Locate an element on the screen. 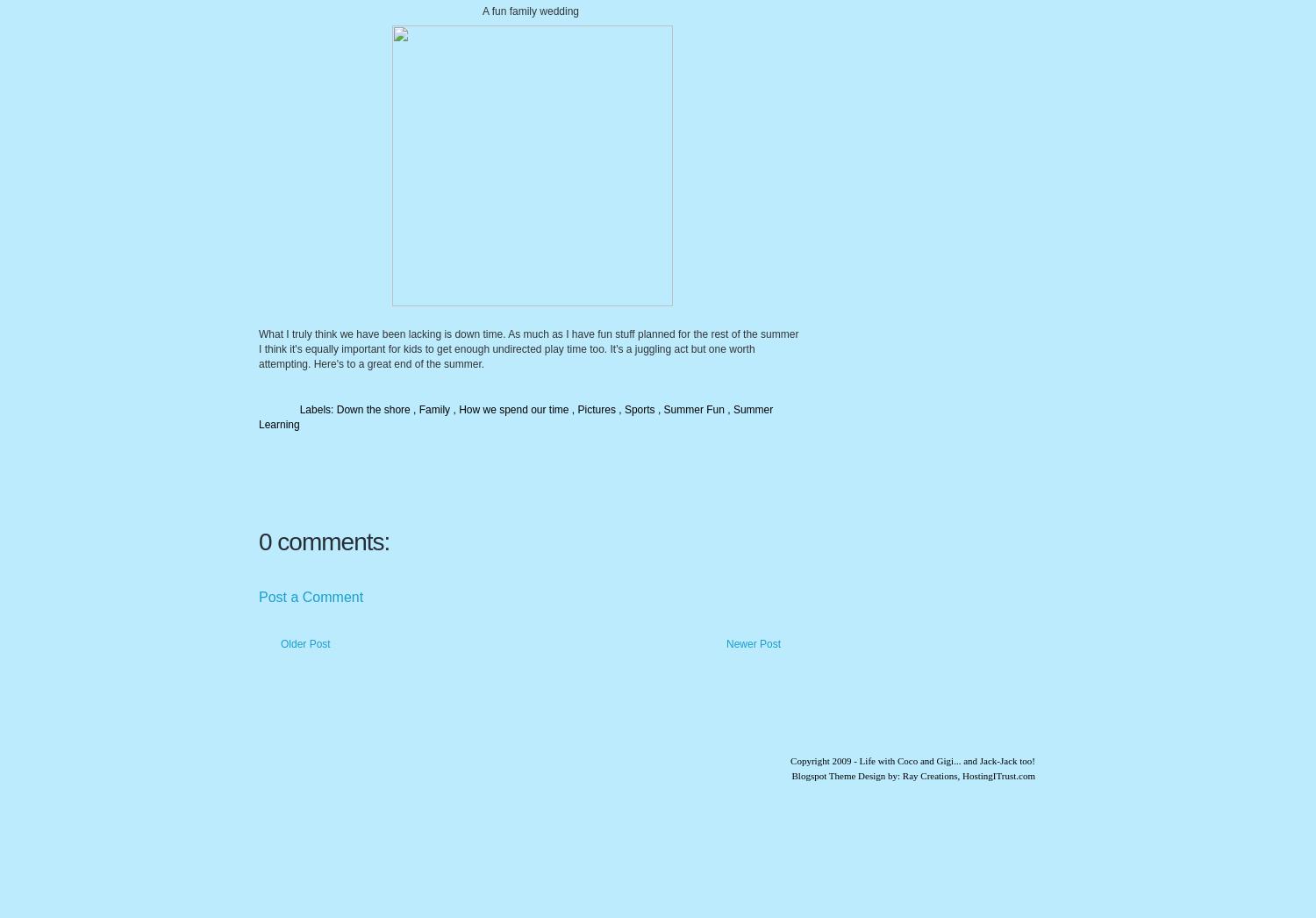 Image resolution: width=1316 pixels, height=918 pixels. 'Labels:' is located at coordinates (316, 409).